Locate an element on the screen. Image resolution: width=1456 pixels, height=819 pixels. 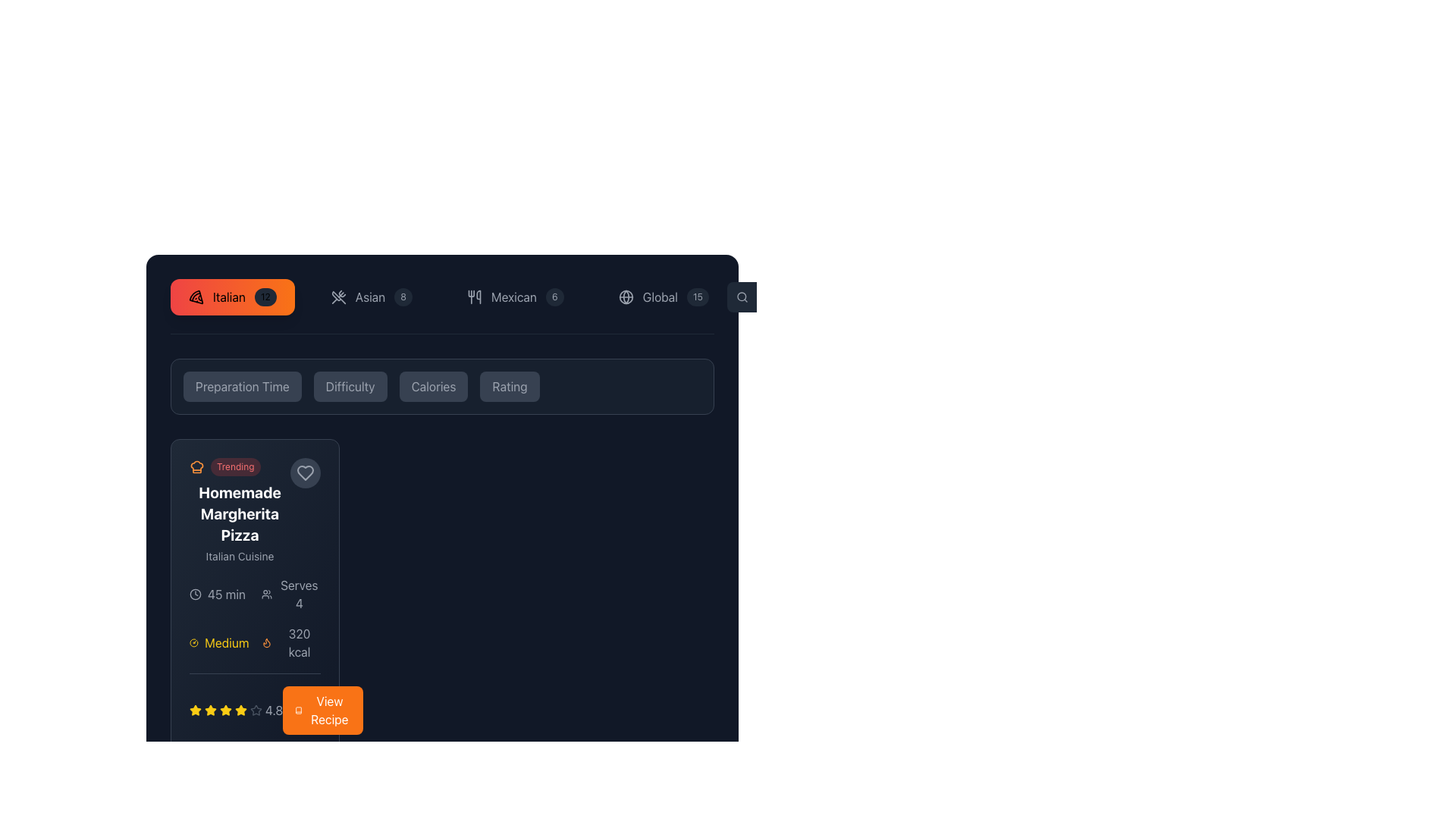
the informational text label styled as a badge indicating the number of items associated with the 'Mexican' category, located immediately to the right of the 'Mexican' text in the navigation bar is located at coordinates (554, 297).